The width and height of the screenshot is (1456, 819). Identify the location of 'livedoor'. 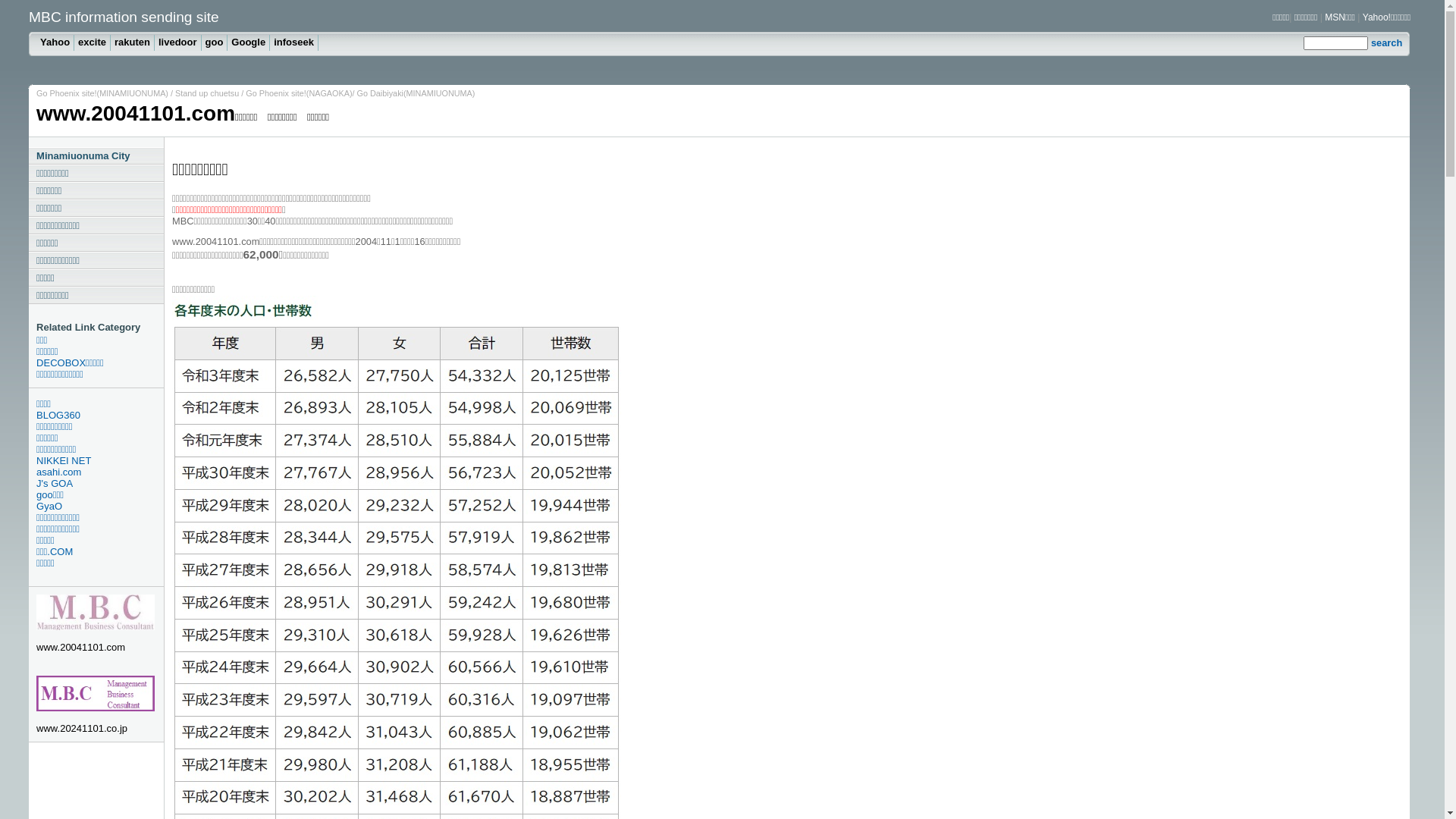
(178, 42).